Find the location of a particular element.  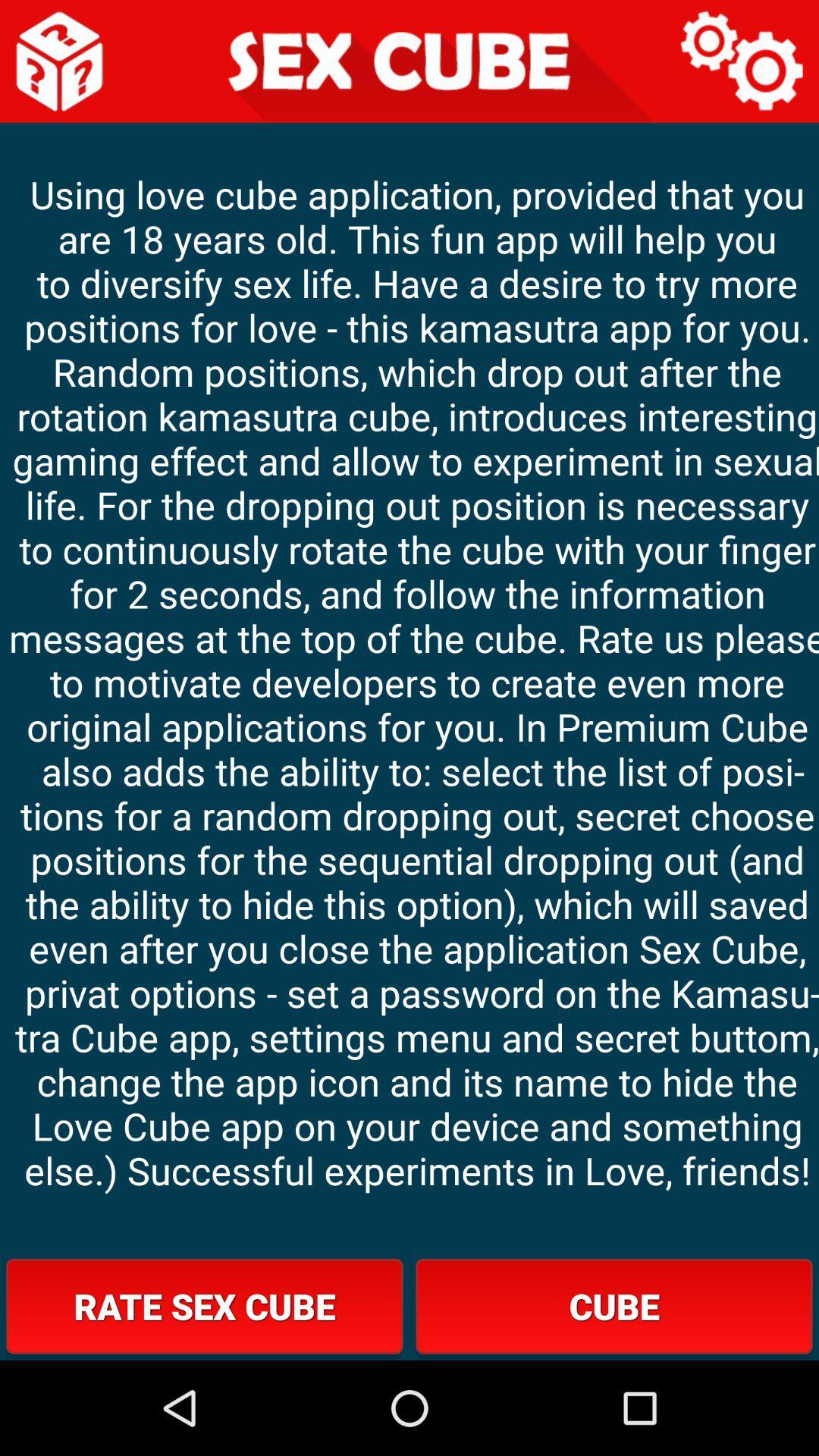

settings is located at coordinates (742, 61).